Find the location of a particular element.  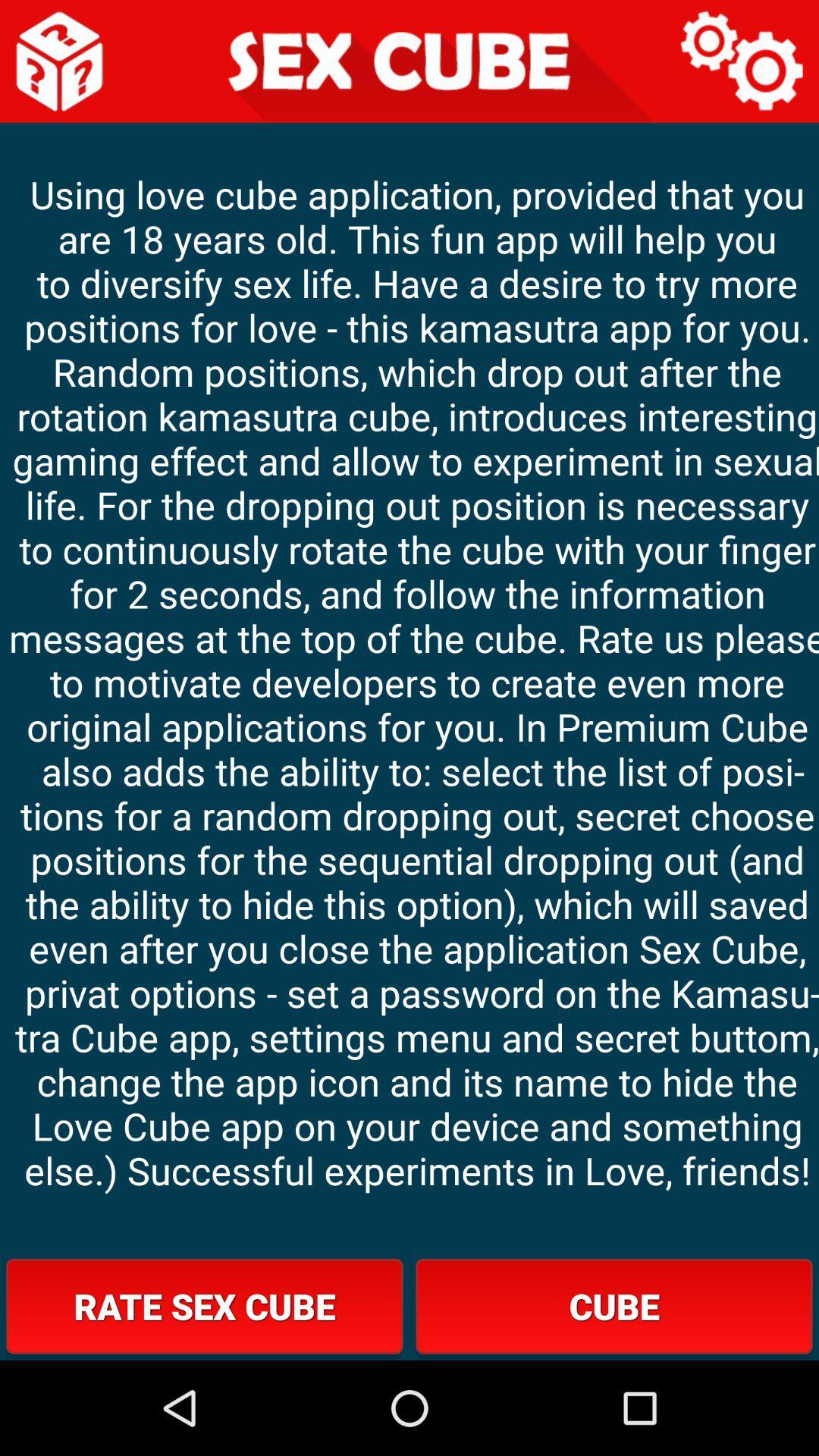

settings is located at coordinates (742, 61).